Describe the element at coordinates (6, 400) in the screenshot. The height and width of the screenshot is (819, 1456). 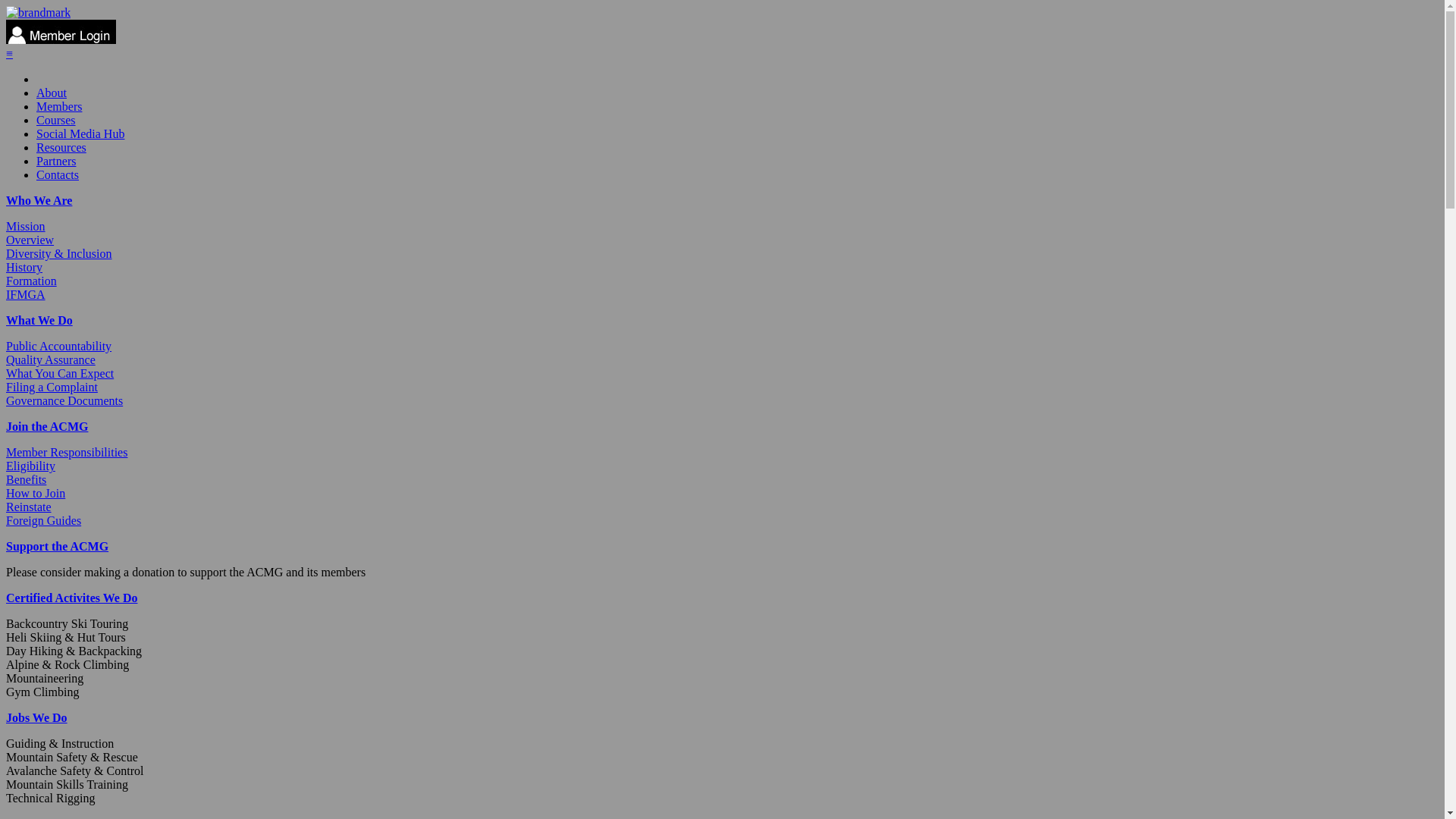
I see `'Governance Documents'` at that location.